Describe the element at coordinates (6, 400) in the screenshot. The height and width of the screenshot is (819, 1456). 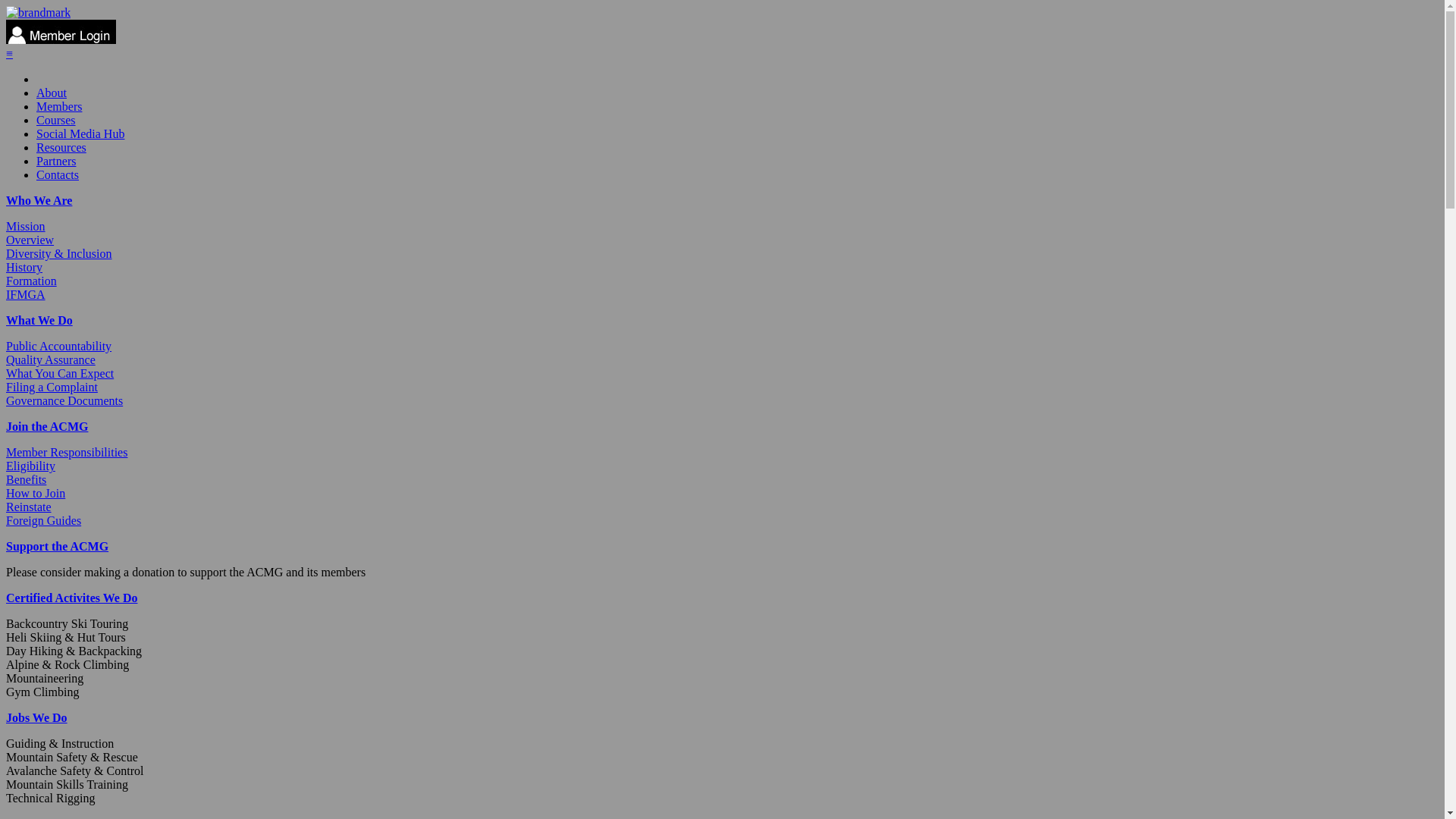
I see `'Governance Documents'` at that location.